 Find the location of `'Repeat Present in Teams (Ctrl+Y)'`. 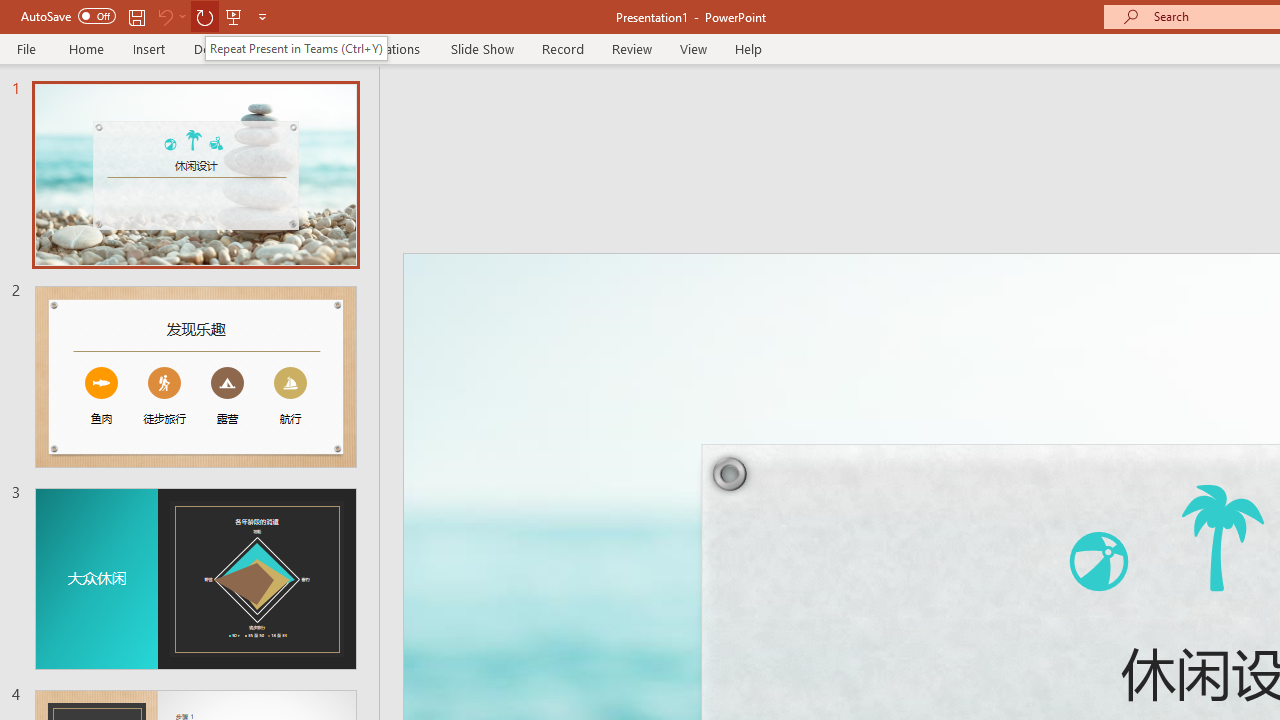

'Repeat Present in Teams (Ctrl+Y)' is located at coordinates (295, 47).